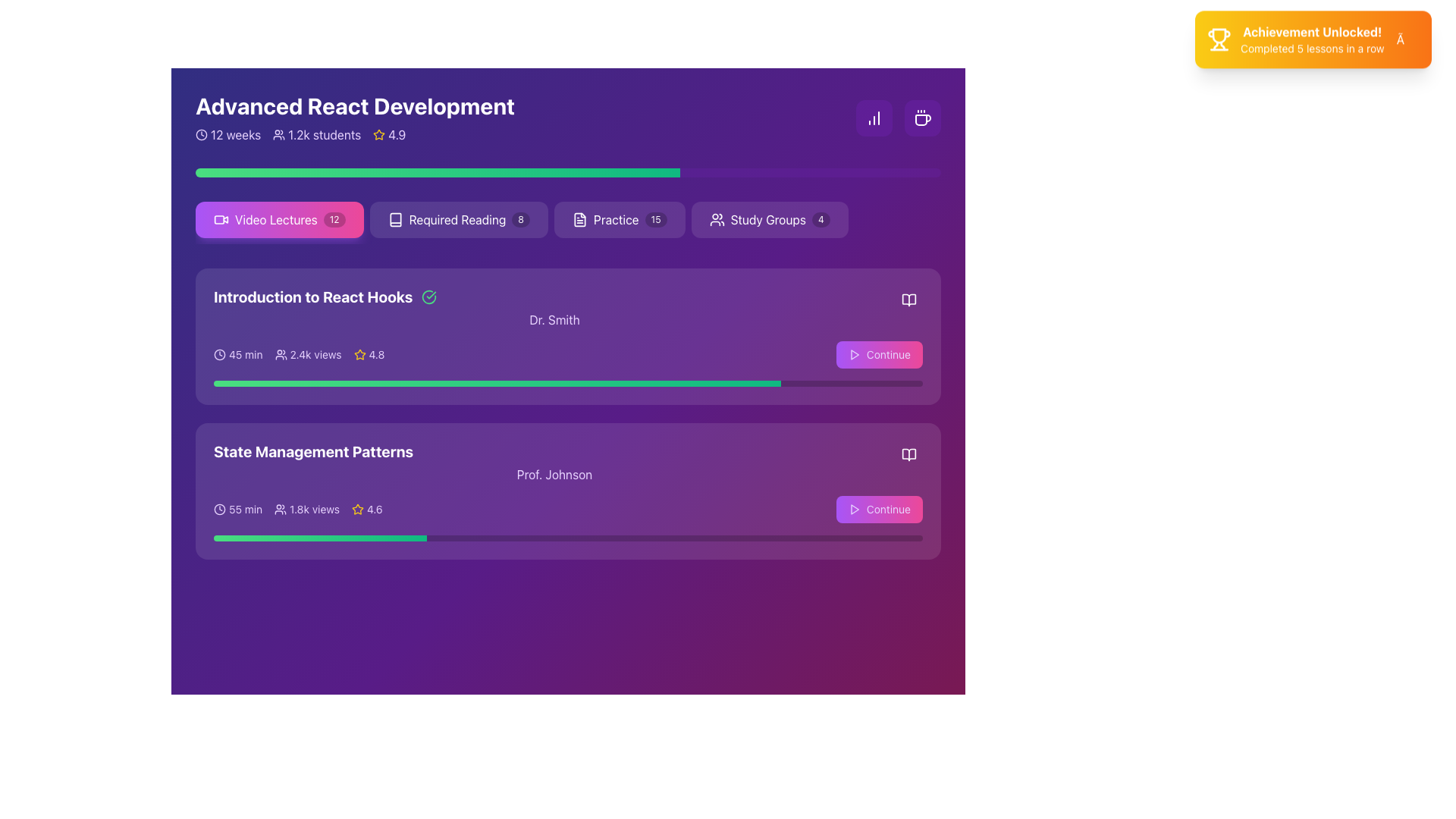 The width and height of the screenshot is (1456, 819). I want to click on the lower right corner of the book icon in the second course card, so click(909, 454).